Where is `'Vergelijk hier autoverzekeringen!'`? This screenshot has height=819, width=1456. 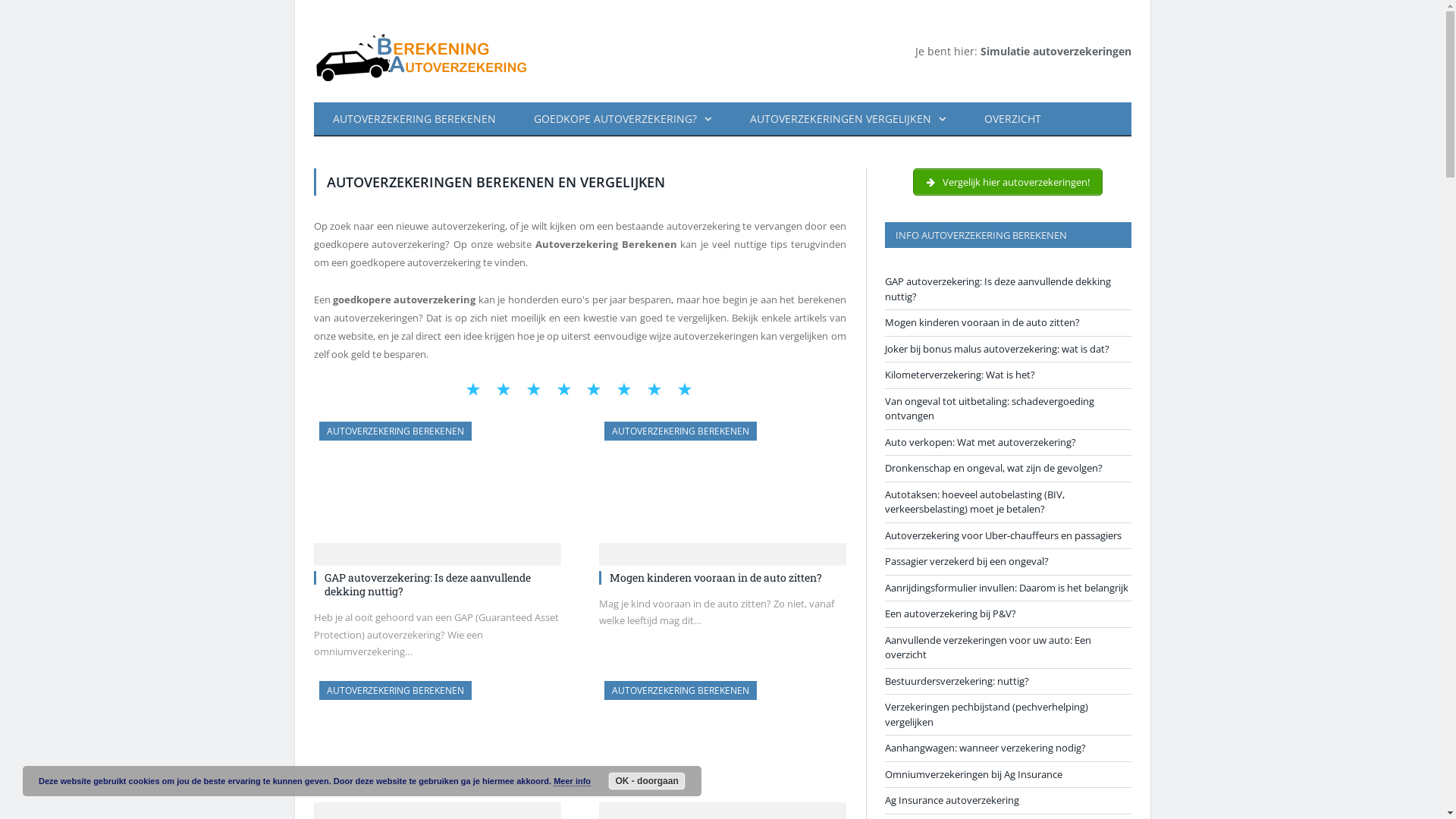
'Vergelijk hier autoverzekeringen!' is located at coordinates (1008, 180).